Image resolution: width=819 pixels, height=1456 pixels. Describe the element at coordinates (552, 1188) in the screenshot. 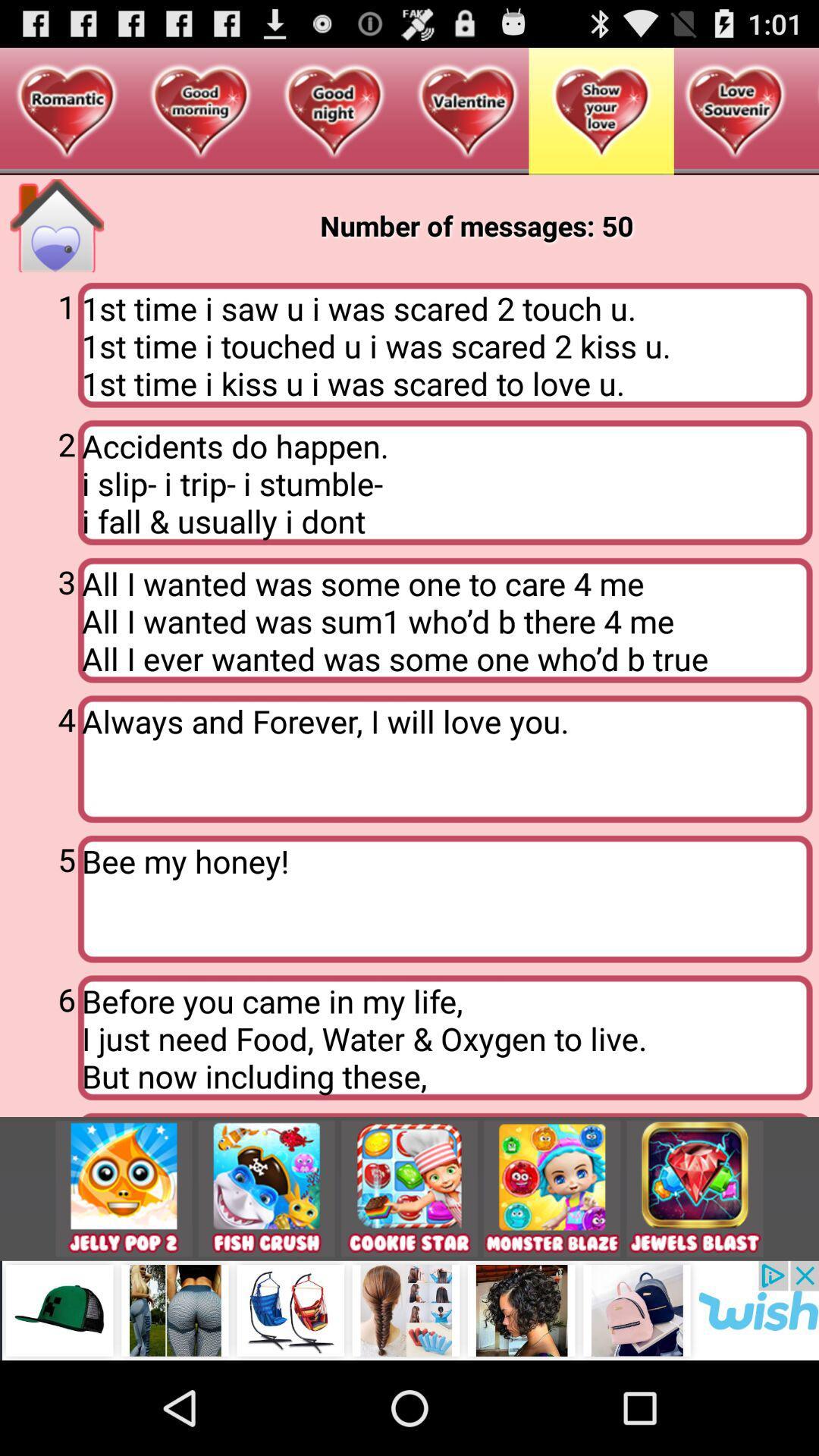

I see `the app` at that location.